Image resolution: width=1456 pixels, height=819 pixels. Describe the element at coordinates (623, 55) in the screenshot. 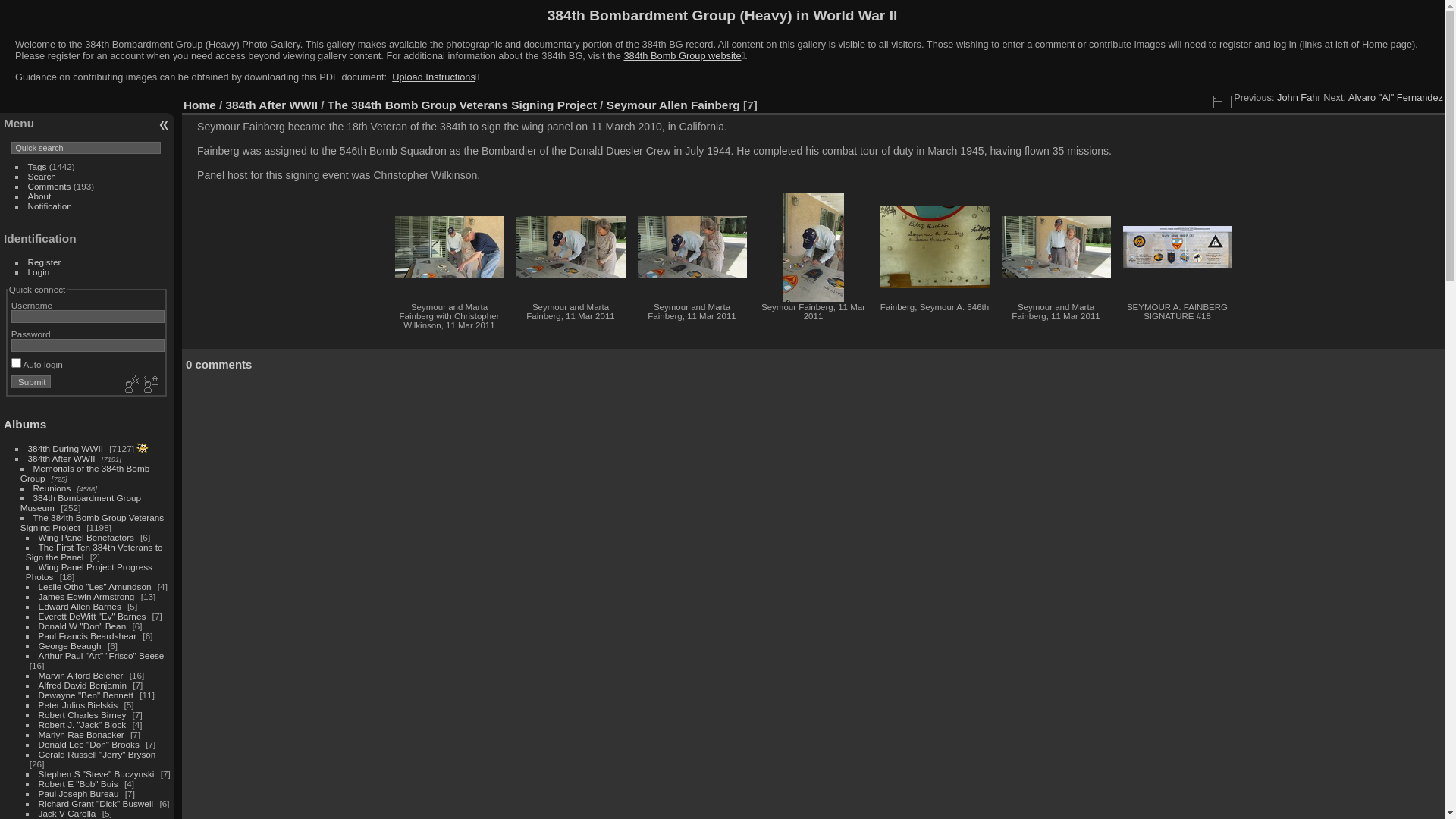

I see `'384th Bomb Group website'` at that location.